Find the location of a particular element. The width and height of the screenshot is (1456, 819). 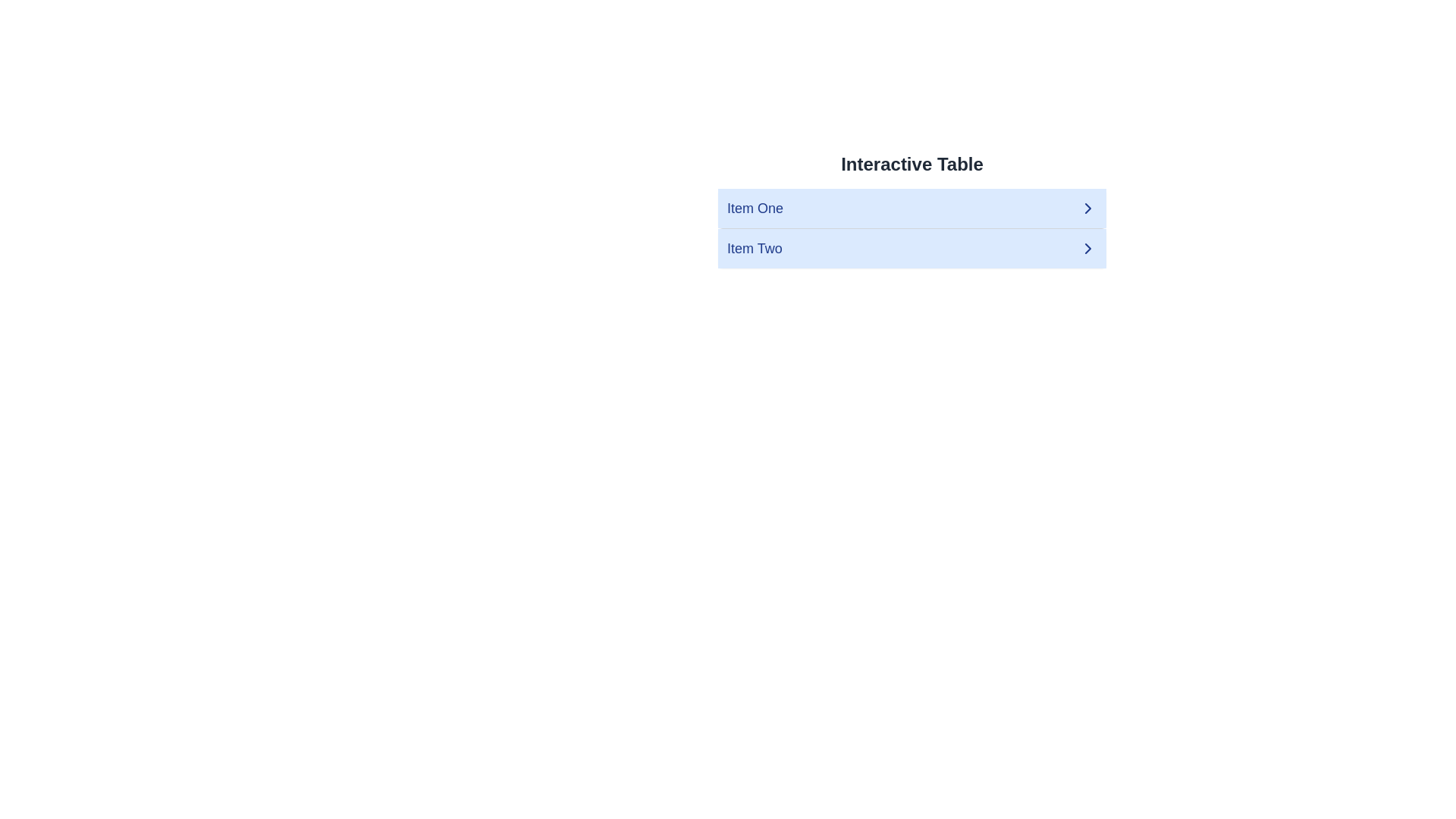

the chevron icon located on the far-right side of the 'Item One' row in the interactive table is located at coordinates (1087, 208).